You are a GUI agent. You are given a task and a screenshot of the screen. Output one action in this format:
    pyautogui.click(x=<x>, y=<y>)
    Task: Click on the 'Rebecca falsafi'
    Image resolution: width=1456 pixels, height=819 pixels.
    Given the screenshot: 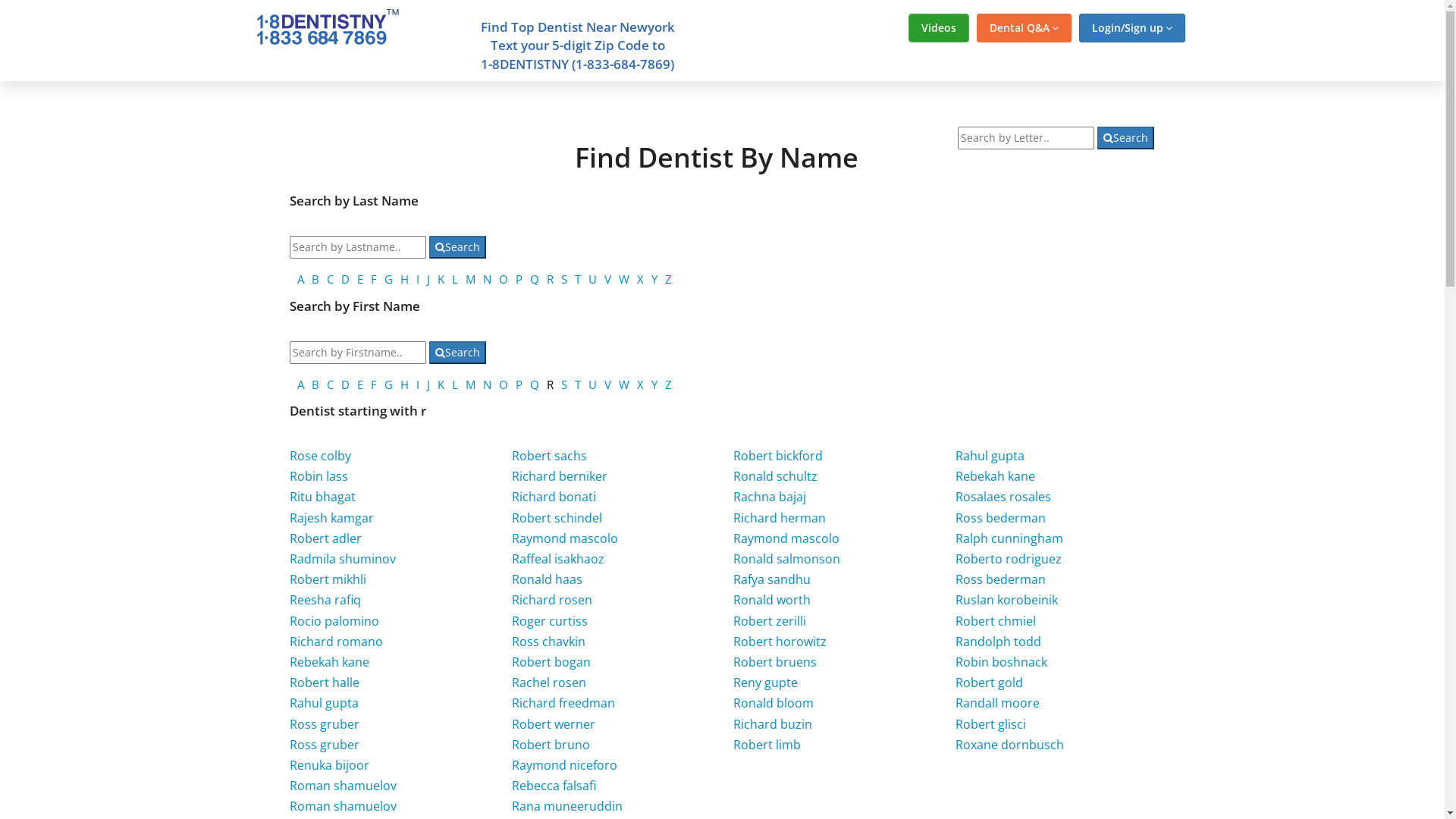 What is the action you would take?
    pyautogui.click(x=553, y=785)
    